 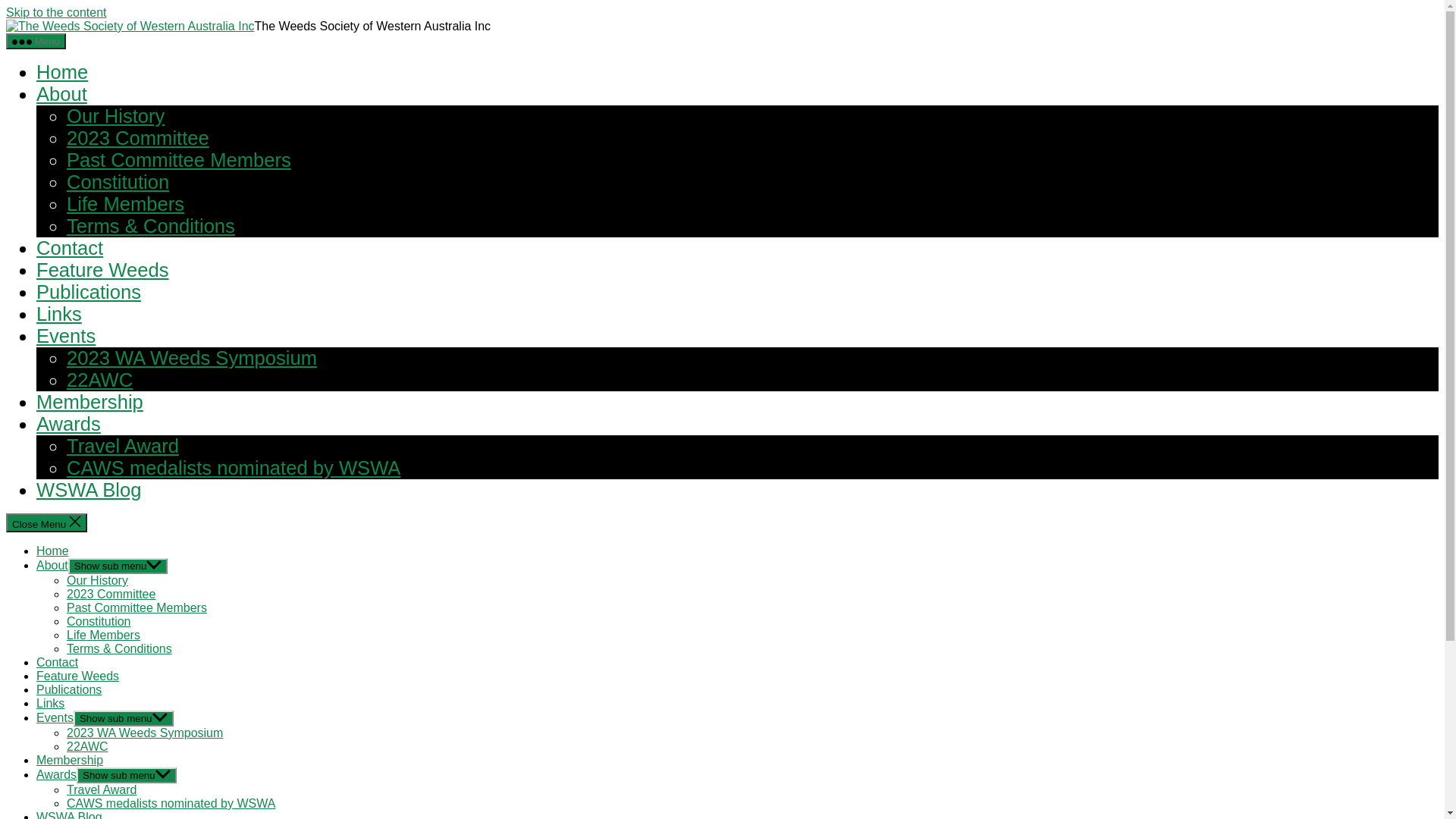 I want to click on 'Publications', so click(x=36, y=292).